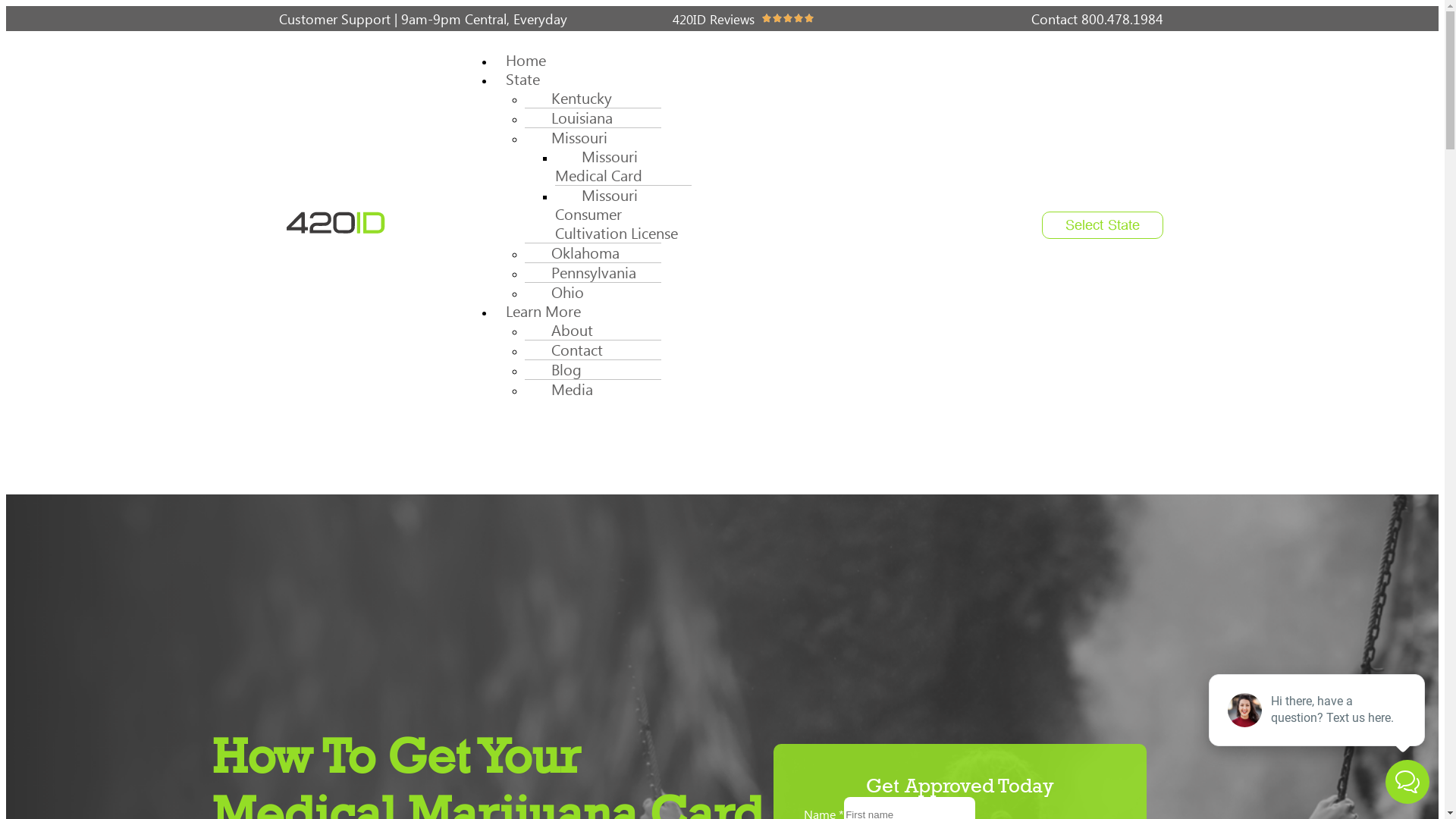 This screenshot has height=819, width=1456. What do you see at coordinates (563, 329) in the screenshot?
I see `'About'` at bounding box center [563, 329].